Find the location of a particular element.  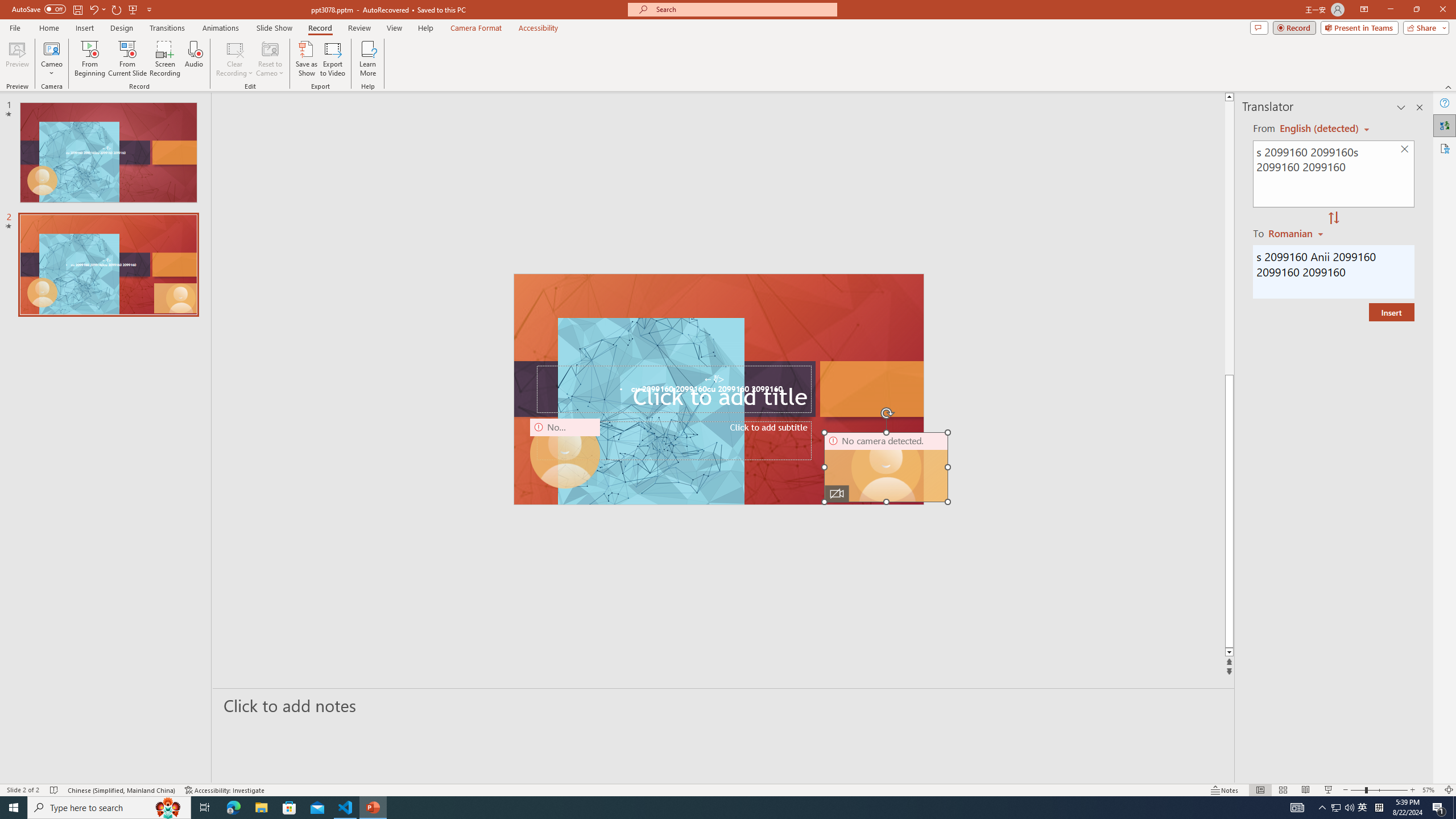

'From Current Slide...' is located at coordinates (127, 59).